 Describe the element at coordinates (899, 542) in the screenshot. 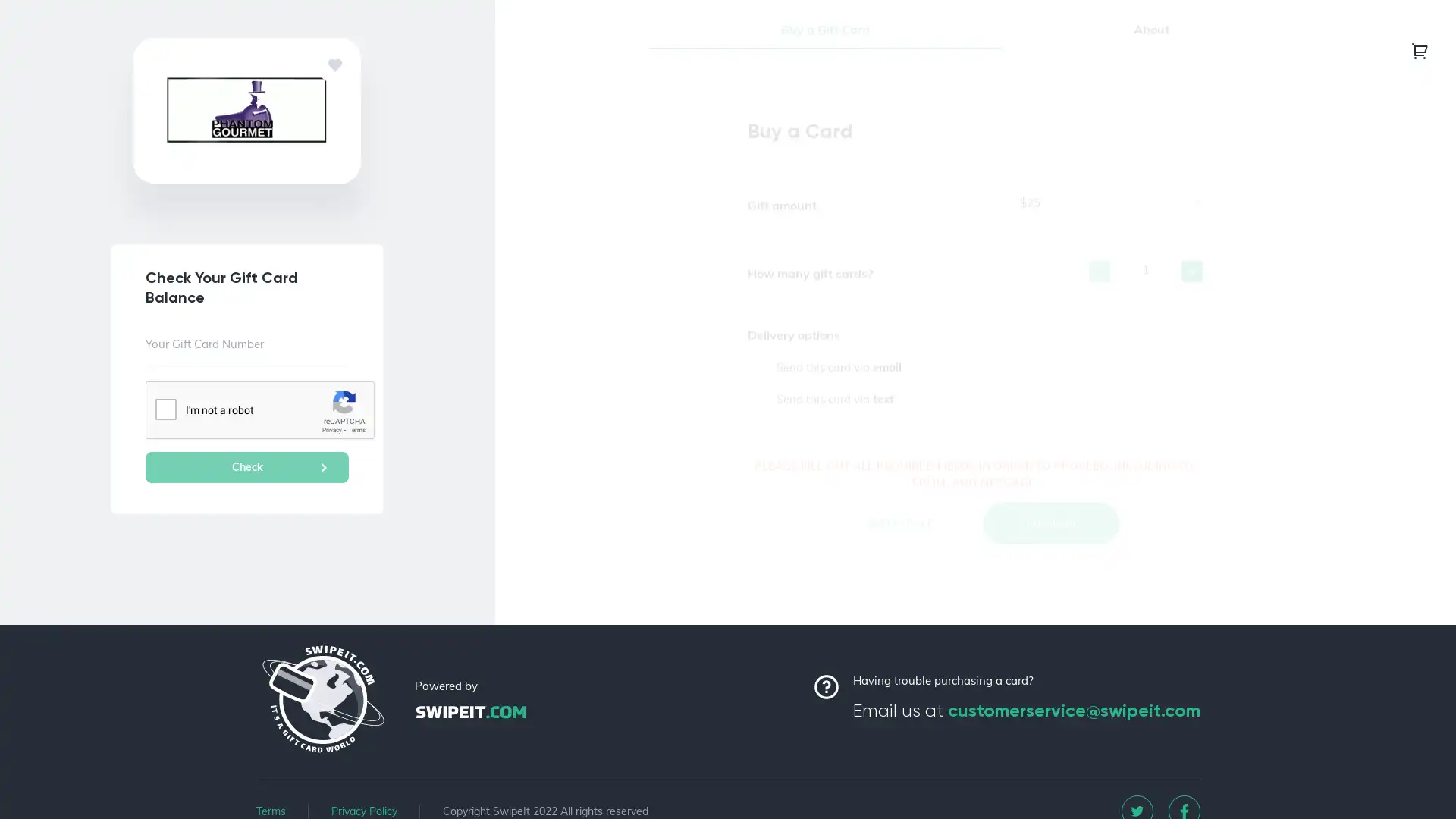

I see `Add to Cart` at that location.